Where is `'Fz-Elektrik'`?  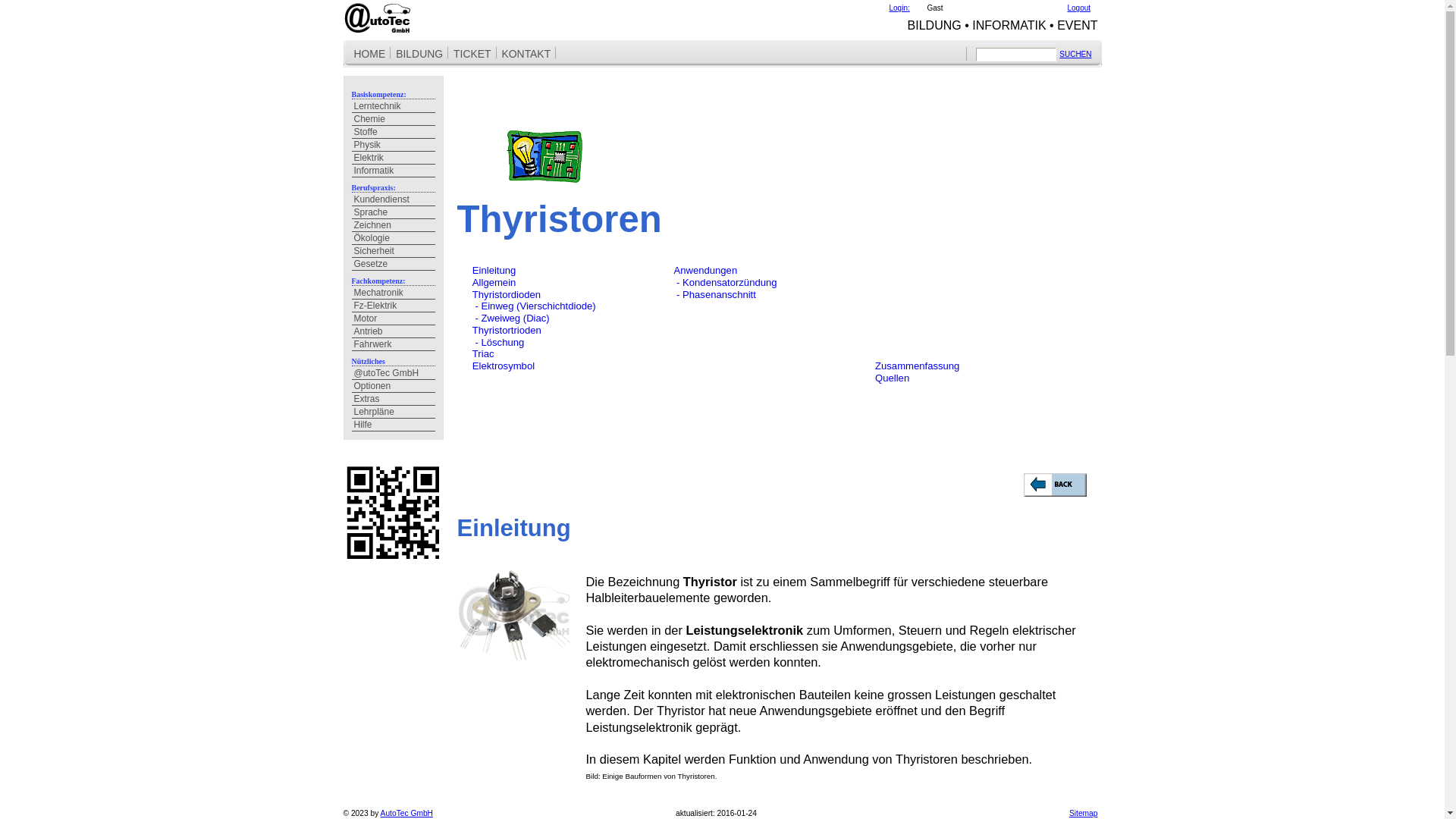
'Fz-Elektrik' is located at coordinates (393, 306).